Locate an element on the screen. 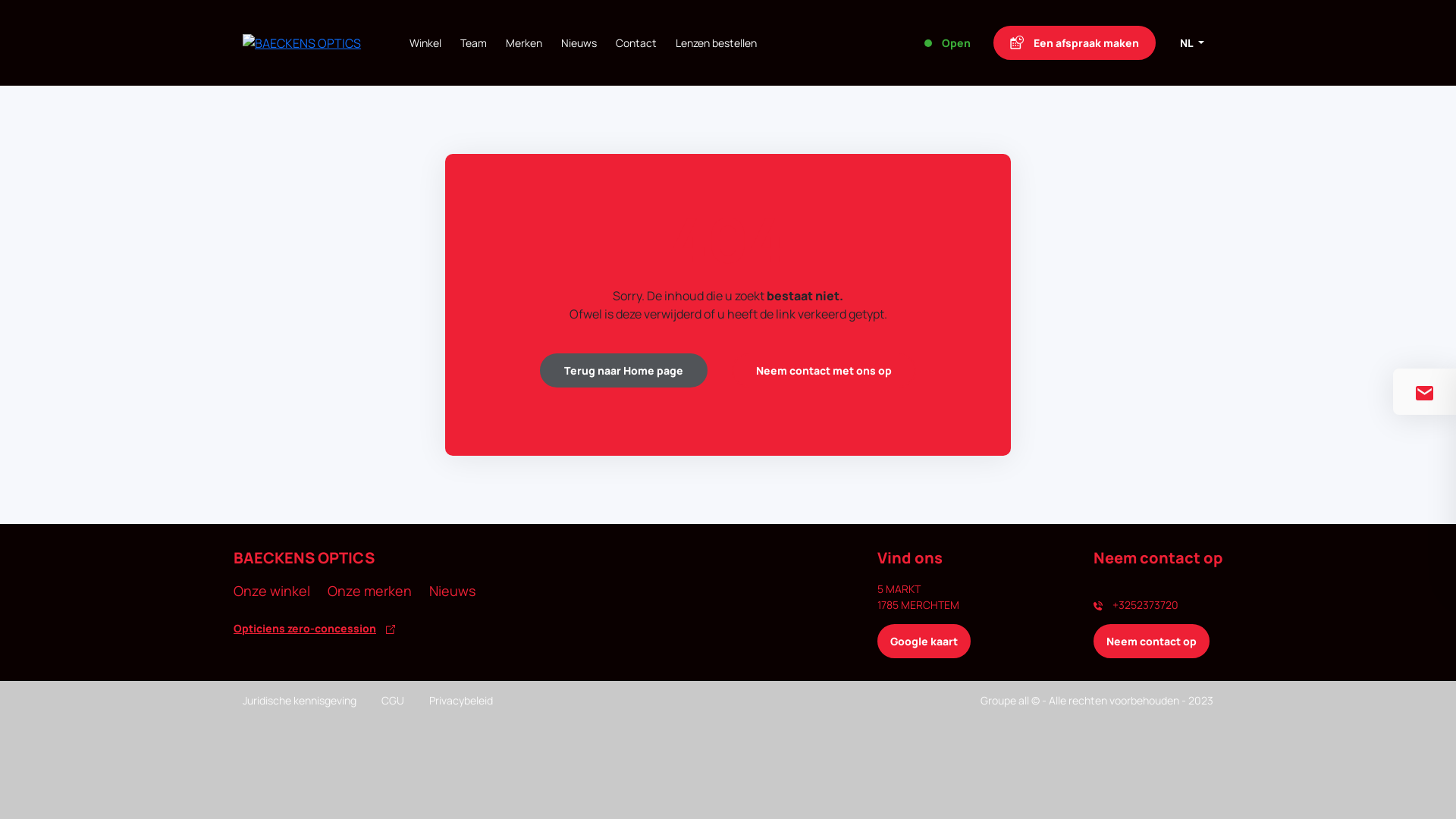  'Terug naar Home page' is located at coordinates (623, 370).